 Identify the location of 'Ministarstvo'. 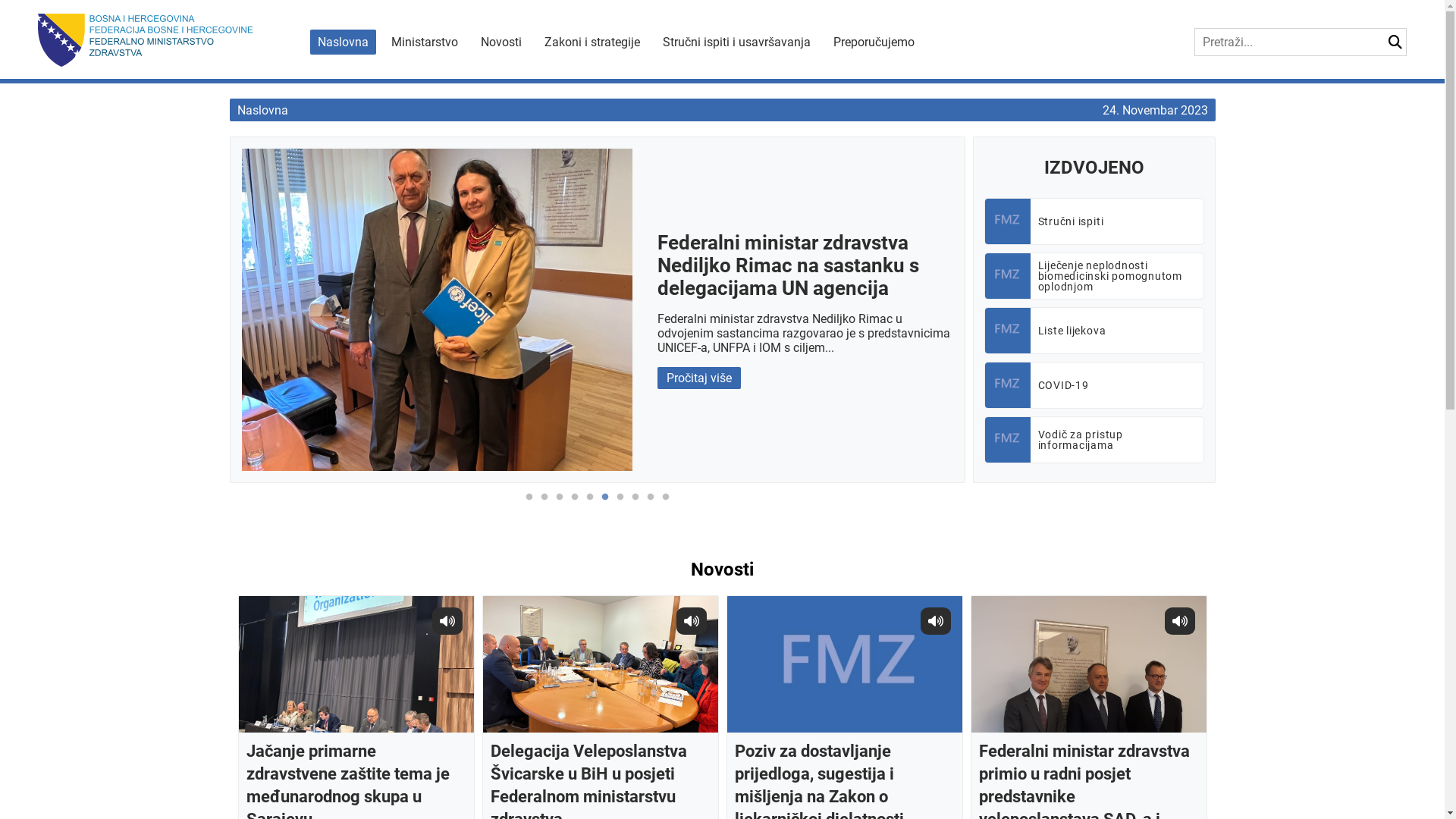
(425, 41).